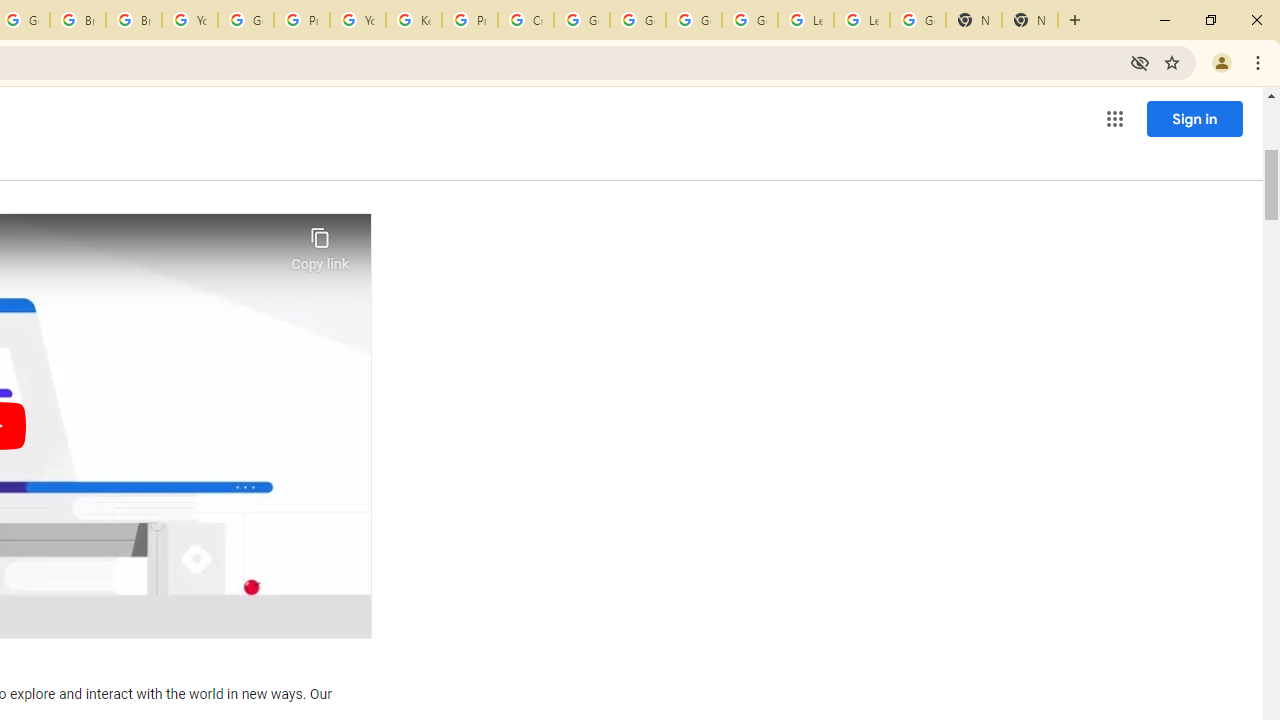 This screenshot has width=1280, height=720. I want to click on 'Copy link', so click(320, 243).